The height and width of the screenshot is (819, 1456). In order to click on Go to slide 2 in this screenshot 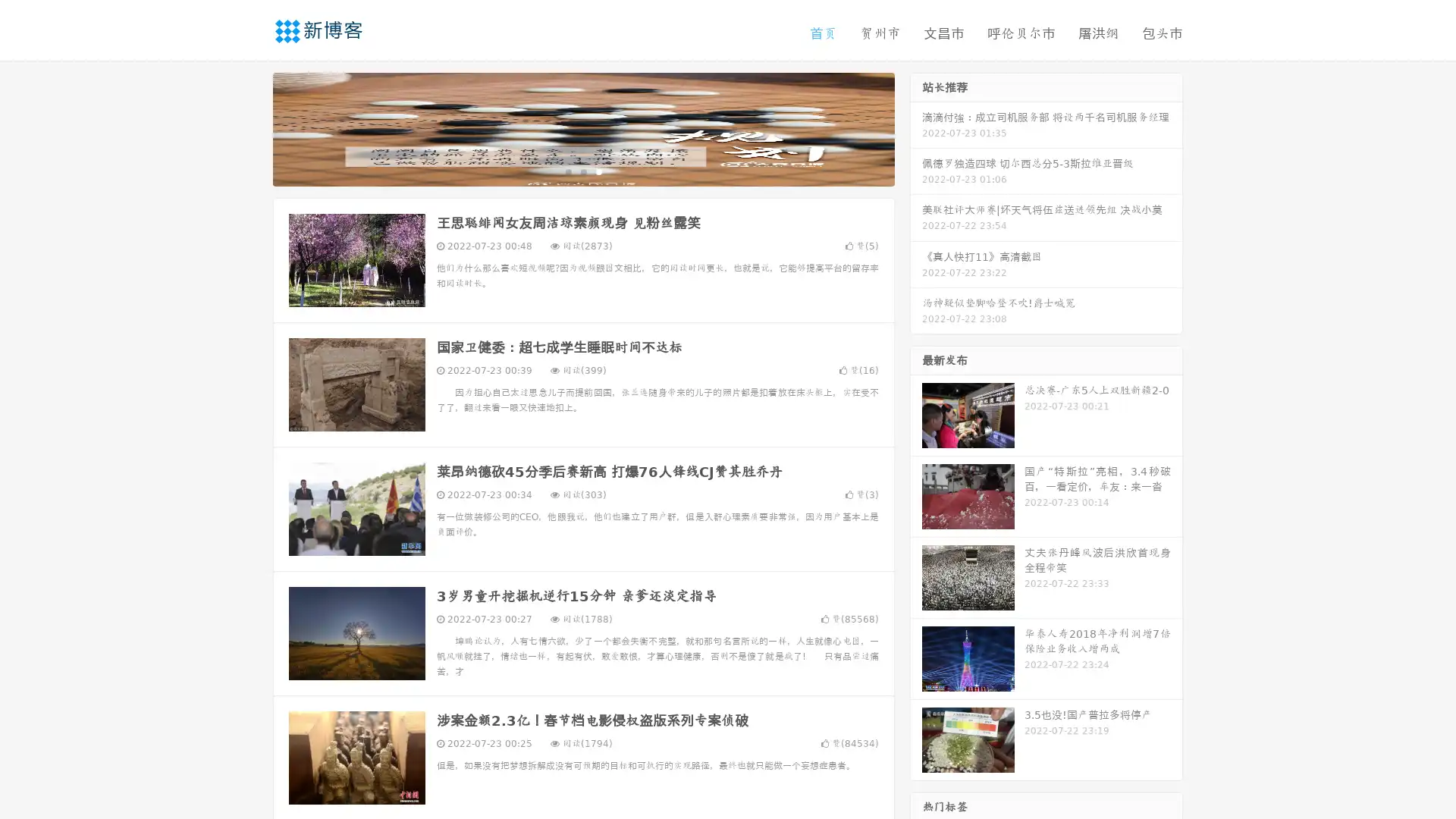, I will do `click(582, 171)`.